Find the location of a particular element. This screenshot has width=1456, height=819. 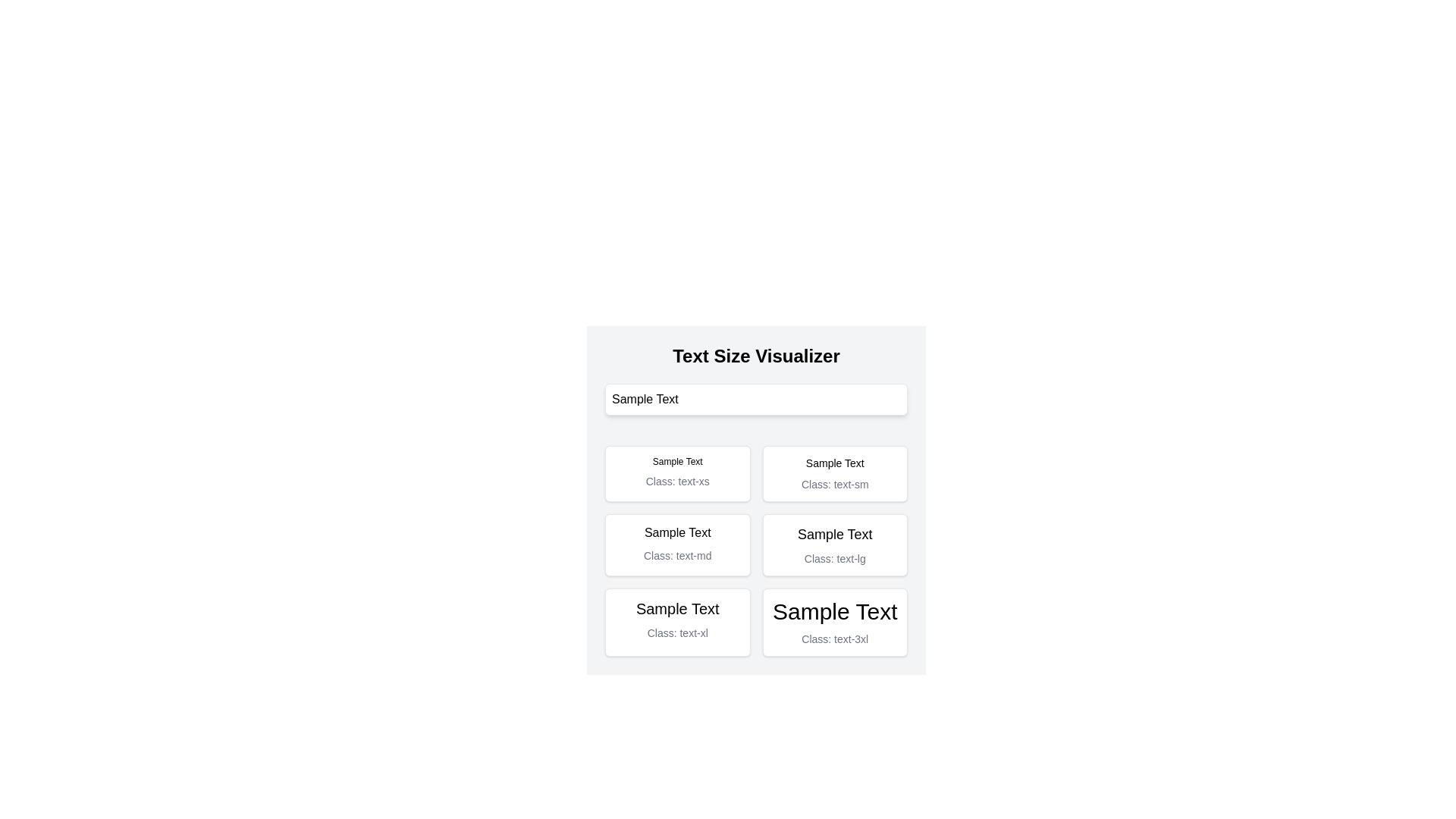

the Text Label located at the top of the card in the top-left group of elements within a grid layout is located at coordinates (676, 461).